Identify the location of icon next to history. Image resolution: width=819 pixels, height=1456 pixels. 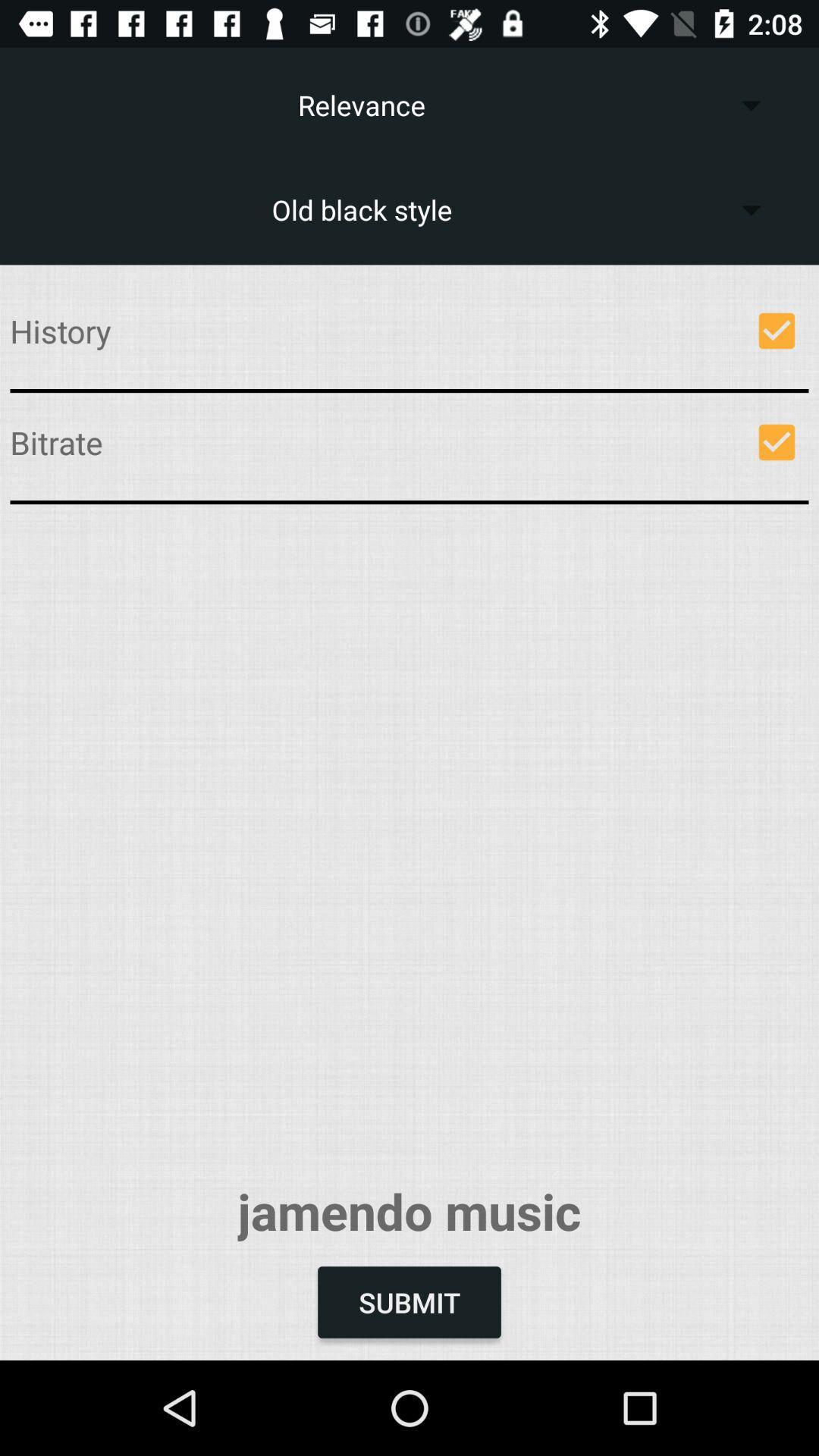
(777, 330).